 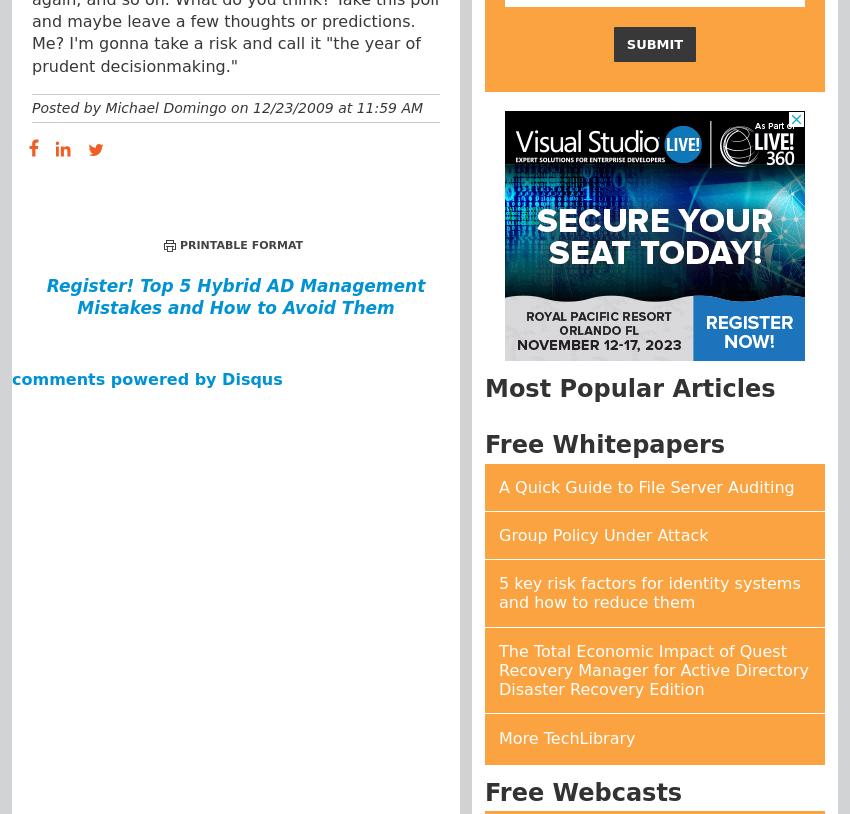 What do you see at coordinates (583, 792) in the screenshot?
I see `'Free Webcasts'` at bounding box center [583, 792].